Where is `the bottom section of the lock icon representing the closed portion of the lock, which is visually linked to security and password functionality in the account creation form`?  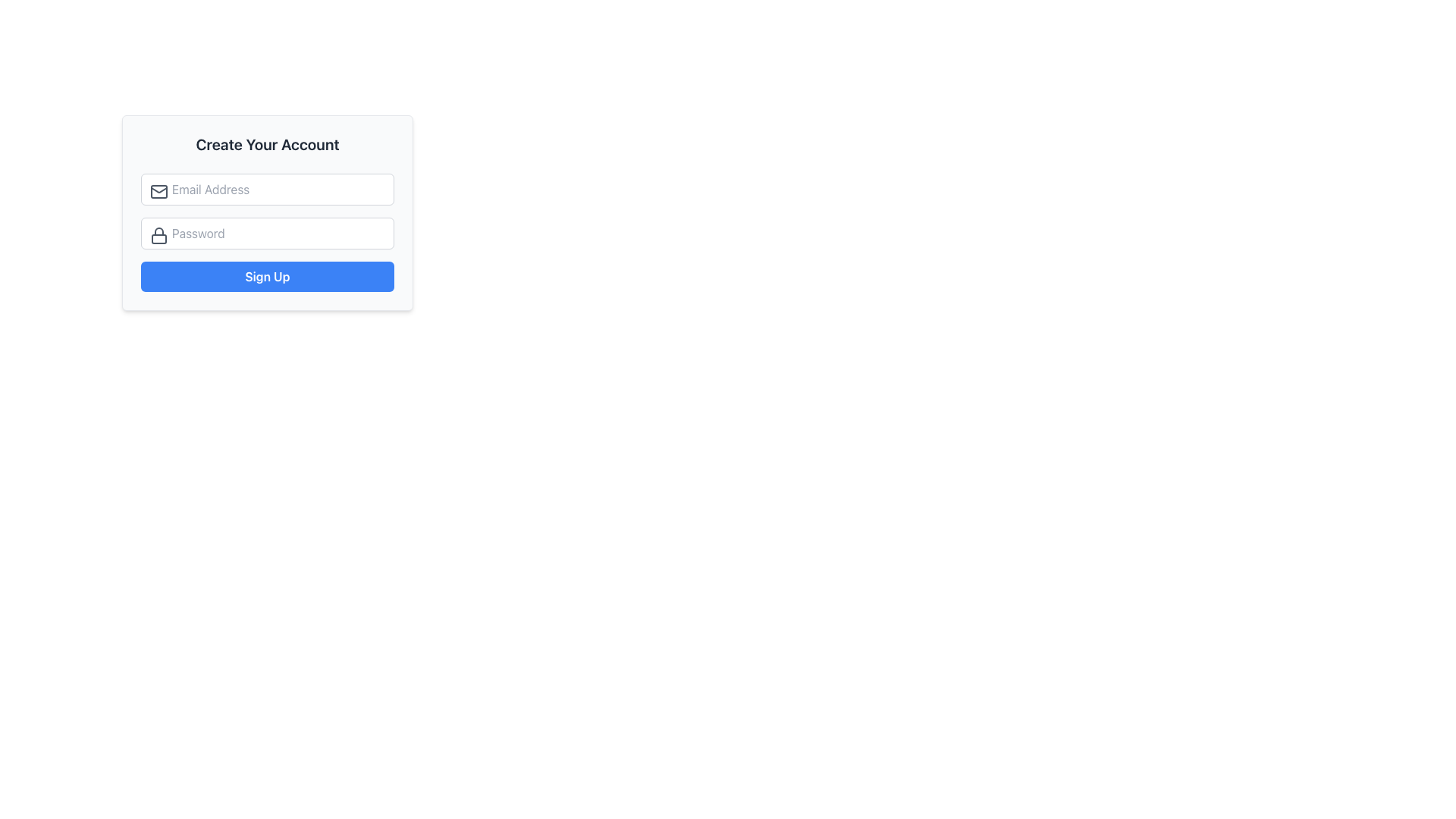
the bottom section of the lock icon representing the closed portion of the lock, which is visually linked to security and password functionality in the account creation form is located at coordinates (159, 239).